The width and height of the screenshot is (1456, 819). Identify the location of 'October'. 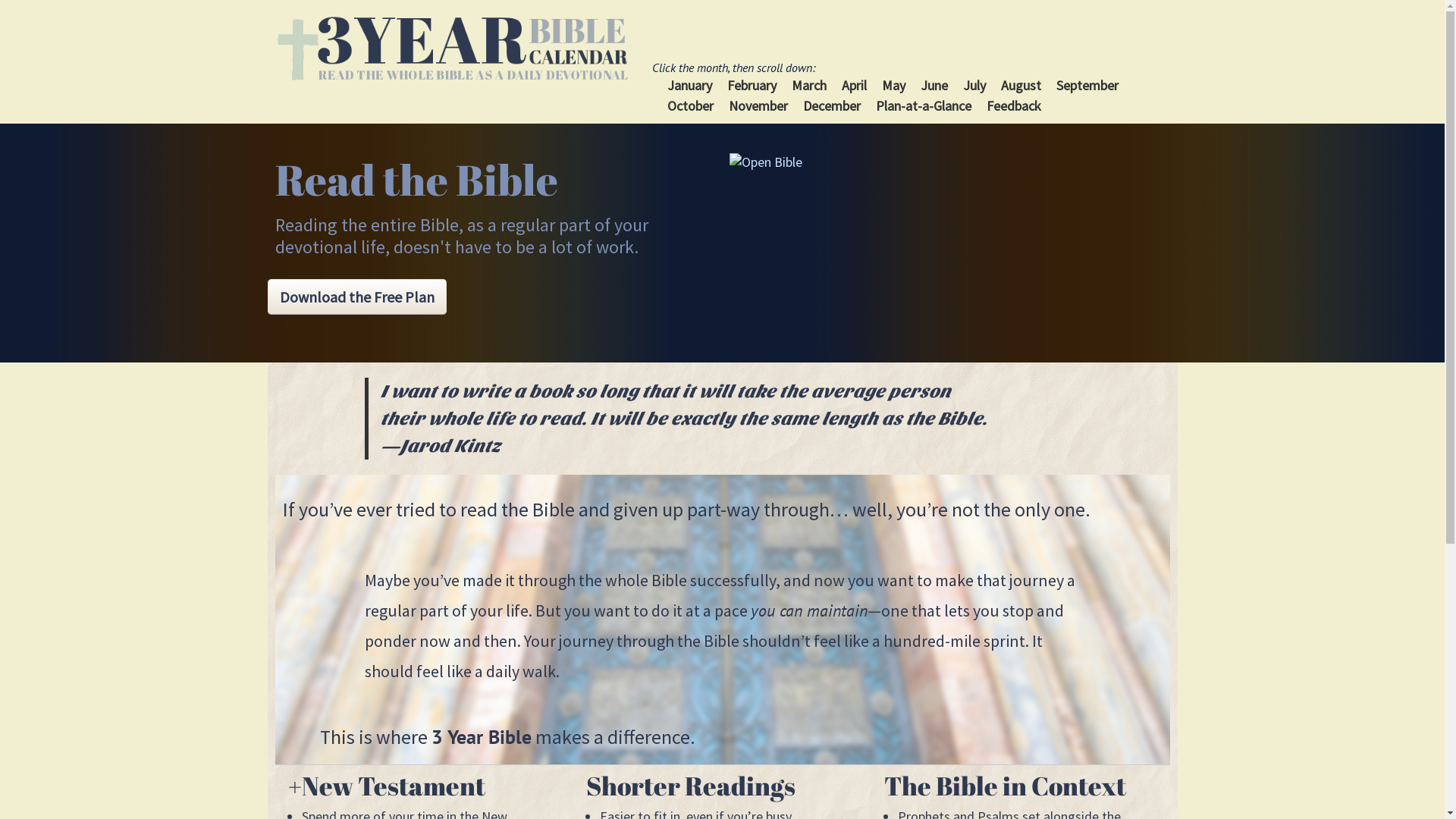
(689, 105).